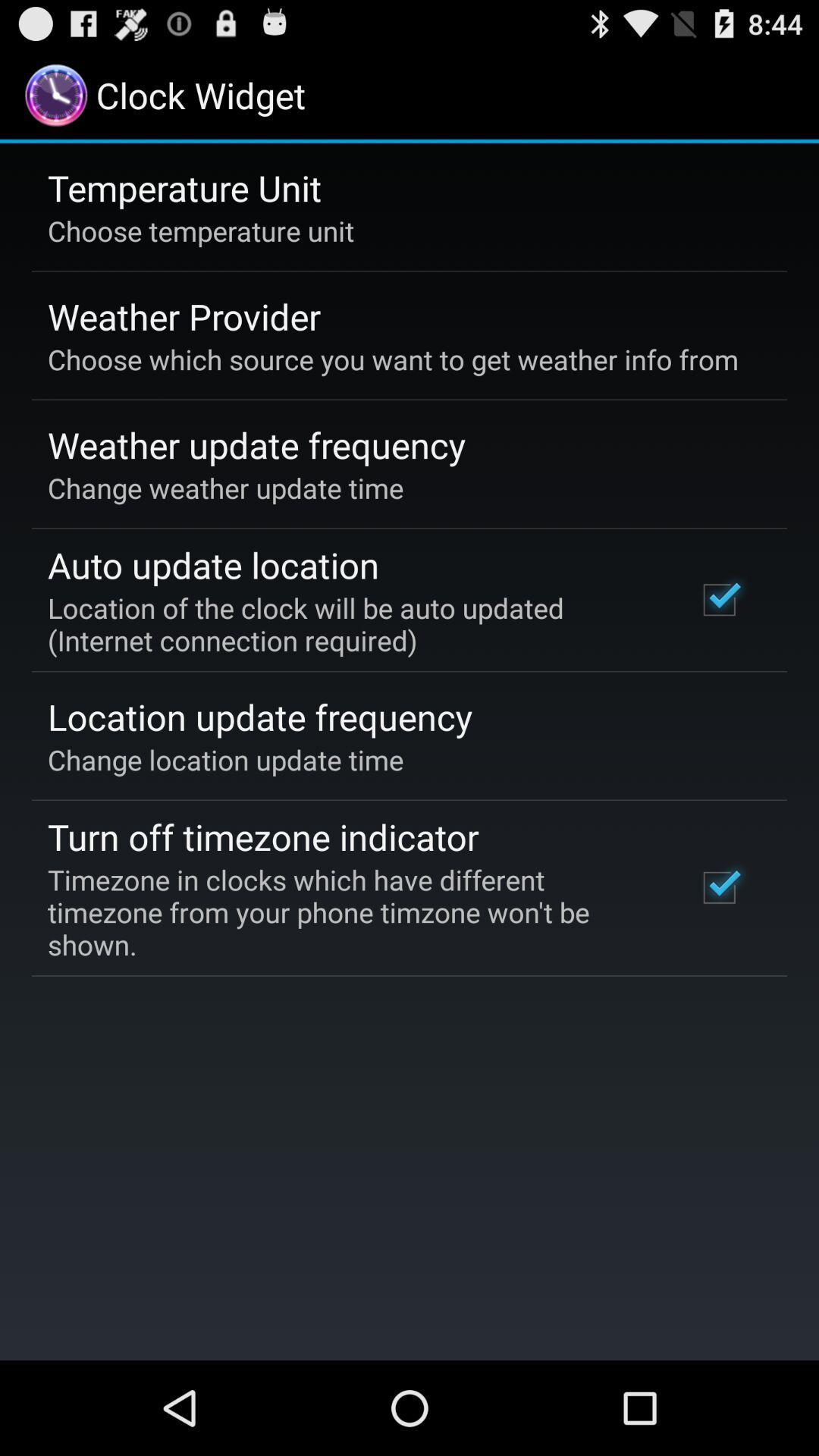 The image size is (819, 1456). I want to click on app below weather provider item, so click(392, 359).